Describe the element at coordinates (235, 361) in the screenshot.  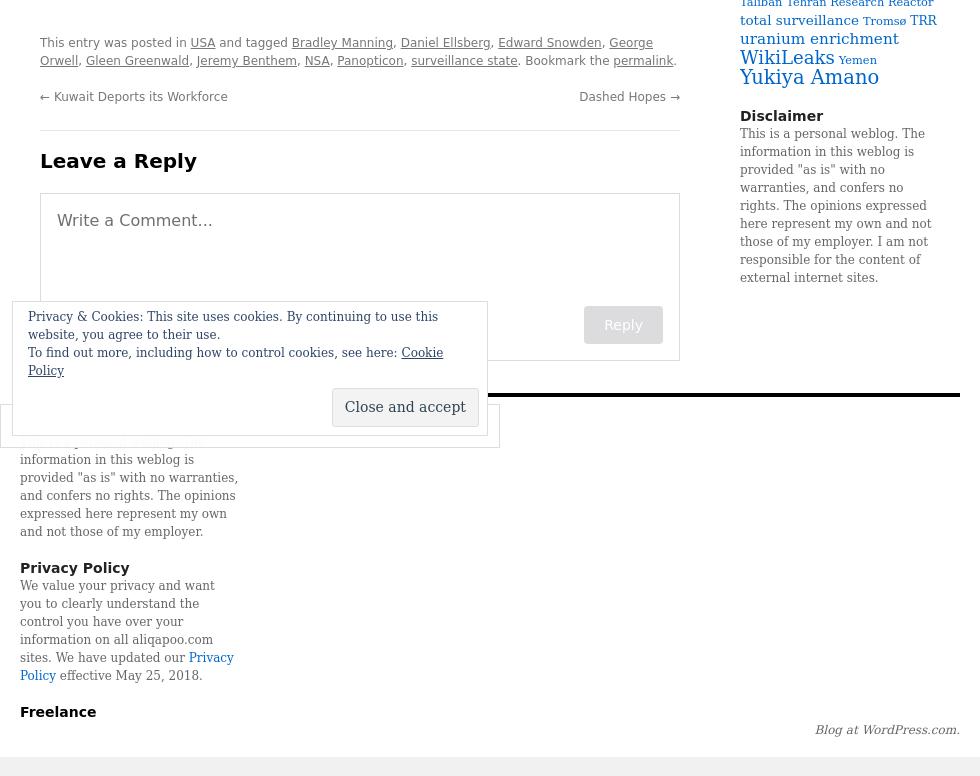
I see `'Cookie Policy'` at that location.